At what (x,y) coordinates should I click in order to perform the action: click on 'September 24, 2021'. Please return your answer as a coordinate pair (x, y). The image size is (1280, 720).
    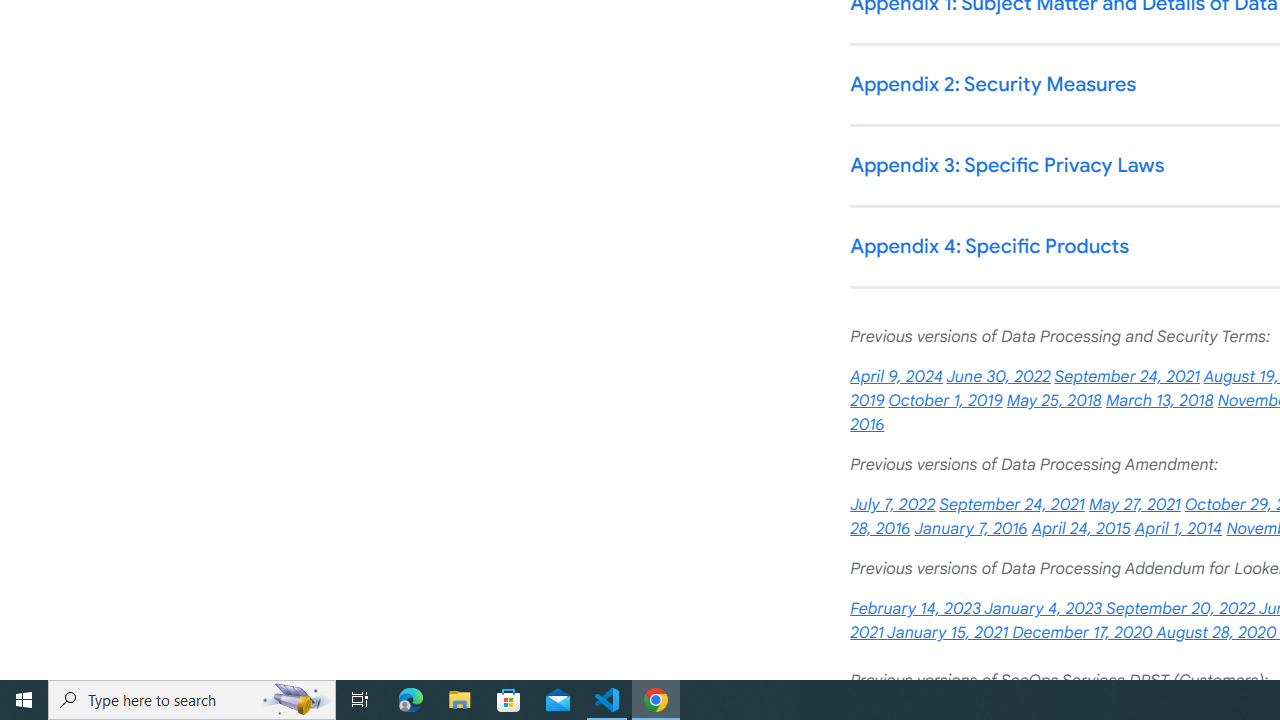
    Looking at the image, I should click on (1012, 504).